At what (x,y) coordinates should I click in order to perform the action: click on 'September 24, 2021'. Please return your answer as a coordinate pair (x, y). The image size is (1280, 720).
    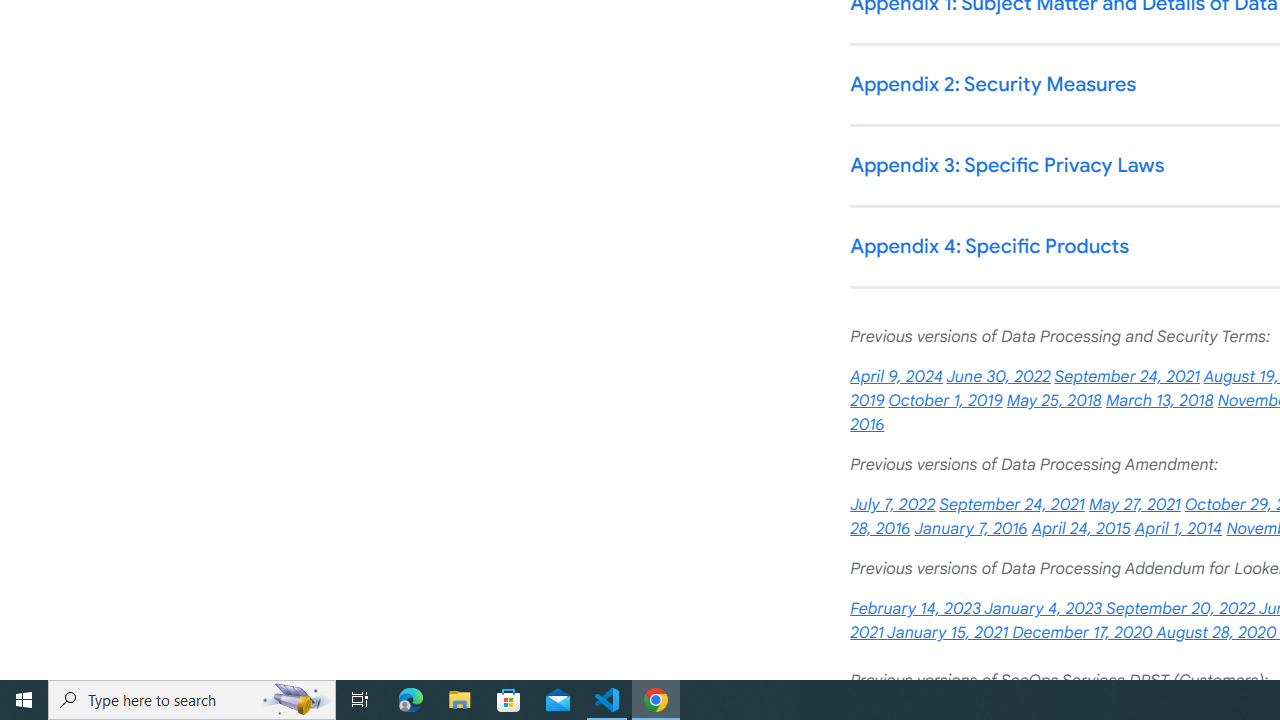
    Looking at the image, I should click on (1012, 504).